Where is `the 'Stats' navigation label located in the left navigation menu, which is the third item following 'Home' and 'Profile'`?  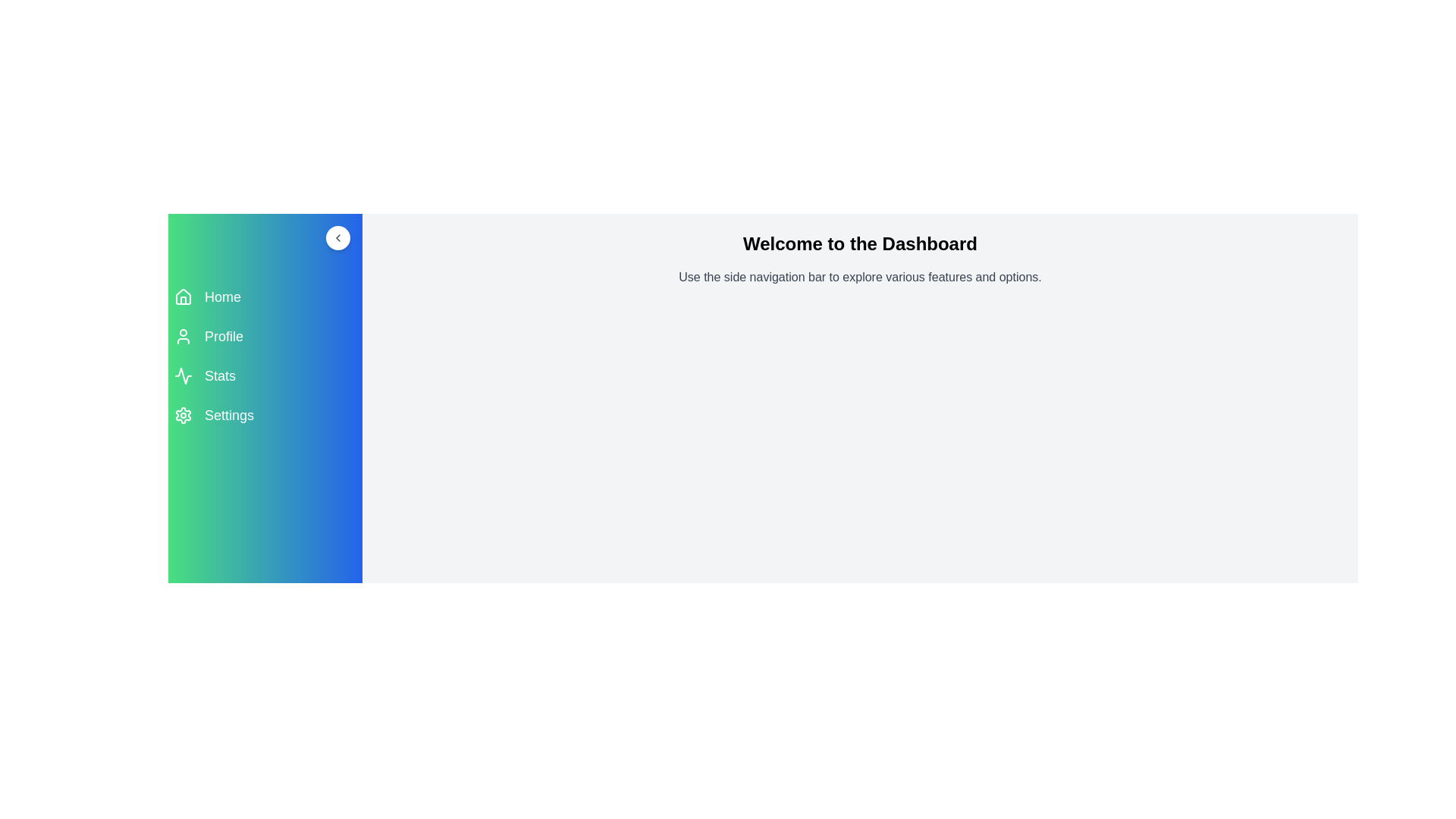 the 'Stats' navigation label located in the left navigation menu, which is the third item following 'Home' and 'Profile' is located at coordinates (219, 375).